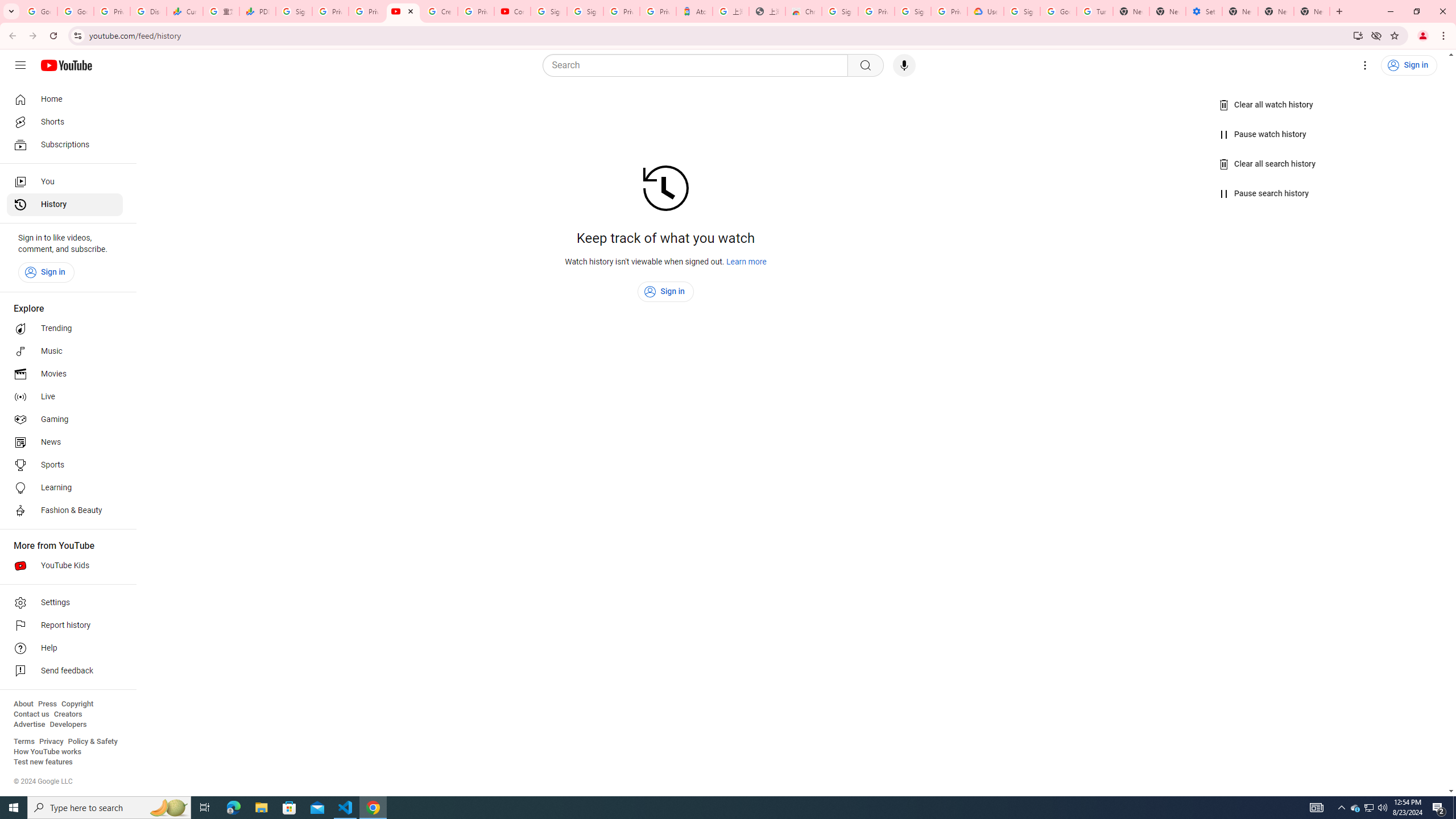  I want to click on 'Google Workspace Admin Community', so click(39, 11).